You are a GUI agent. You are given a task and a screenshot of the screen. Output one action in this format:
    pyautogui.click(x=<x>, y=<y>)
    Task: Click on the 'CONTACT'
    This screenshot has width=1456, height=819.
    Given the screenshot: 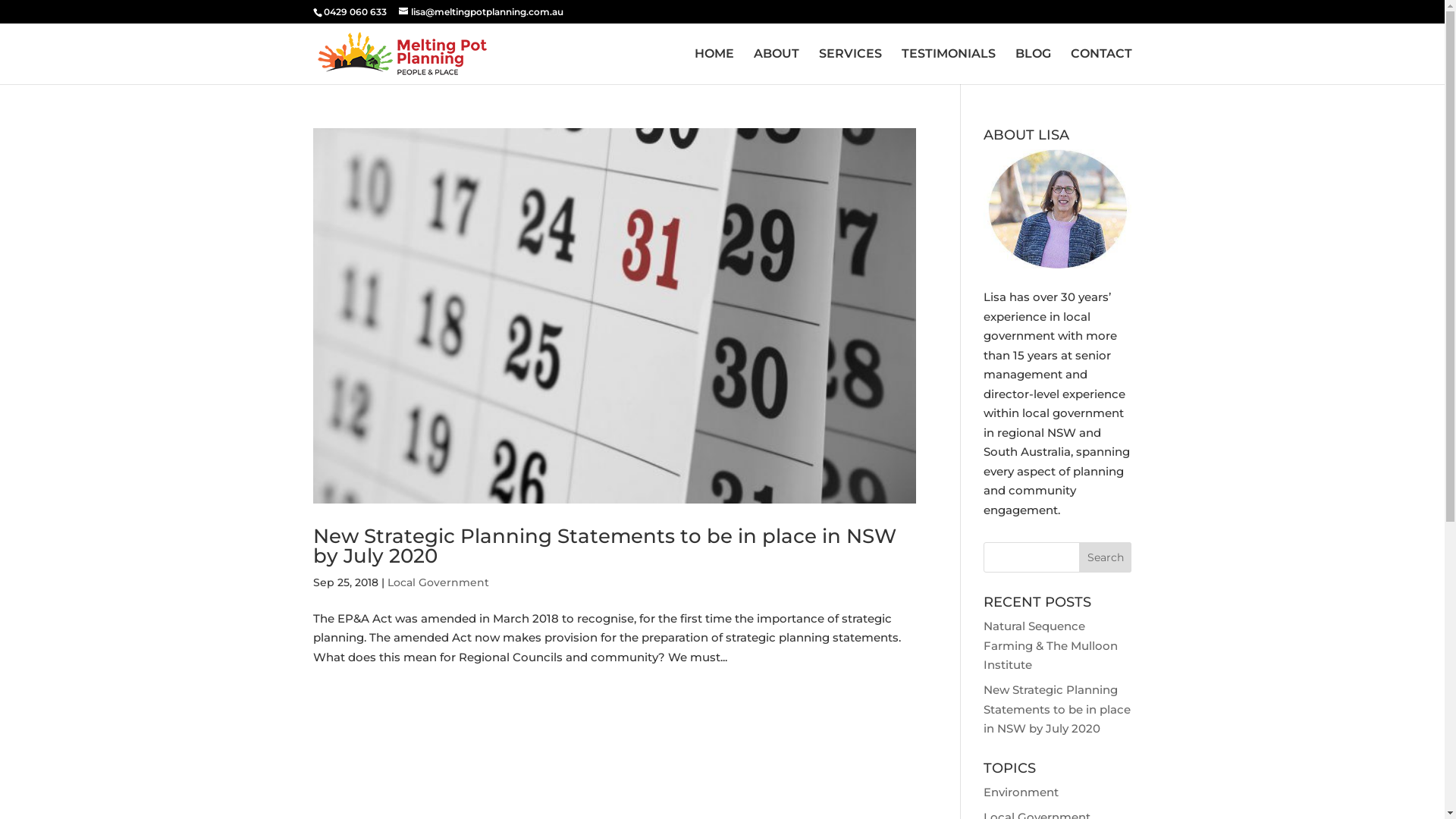 What is the action you would take?
    pyautogui.click(x=1069, y=65)
    